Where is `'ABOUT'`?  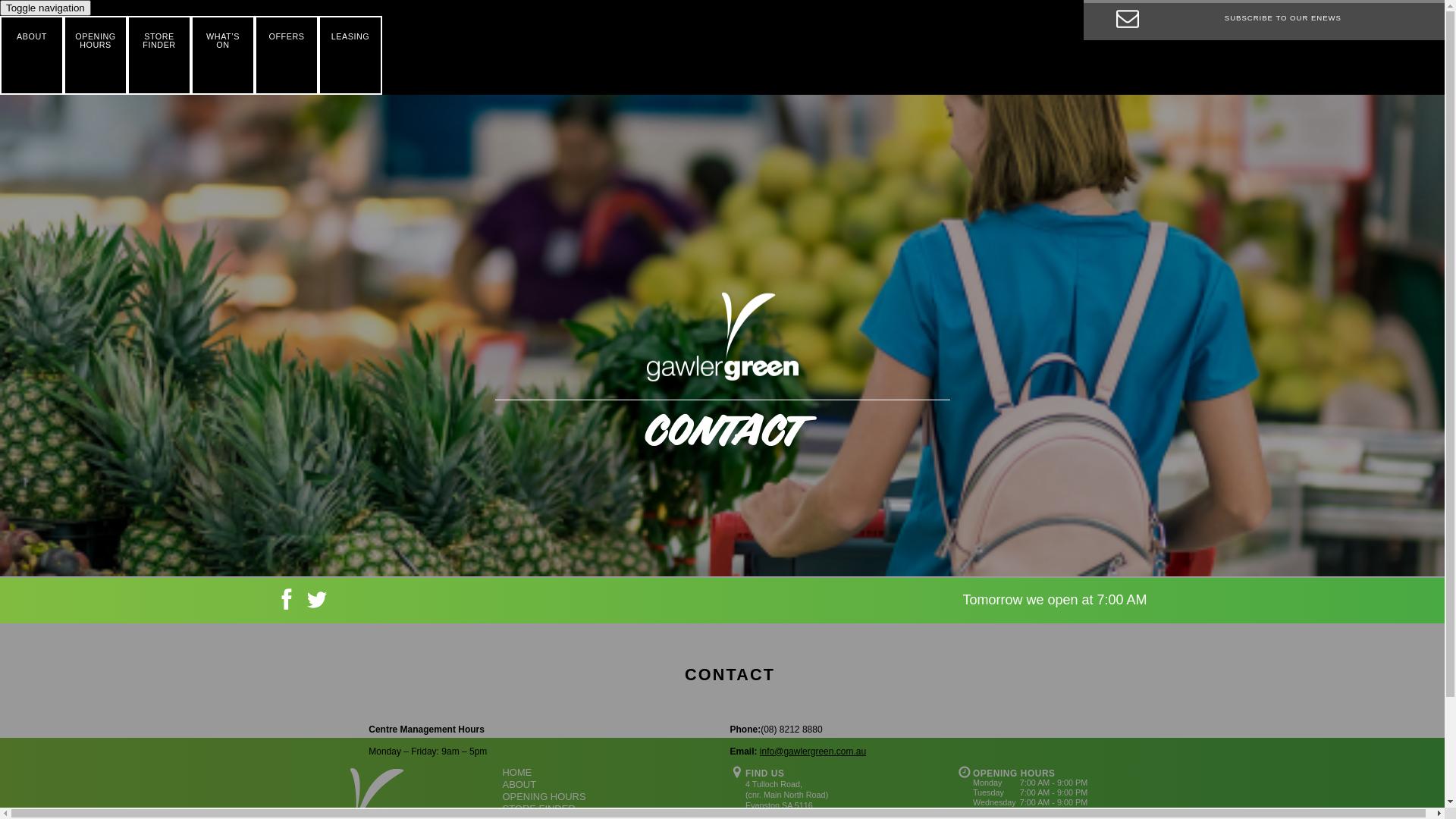 'ABOUT' is located at coordinates (502, 784).